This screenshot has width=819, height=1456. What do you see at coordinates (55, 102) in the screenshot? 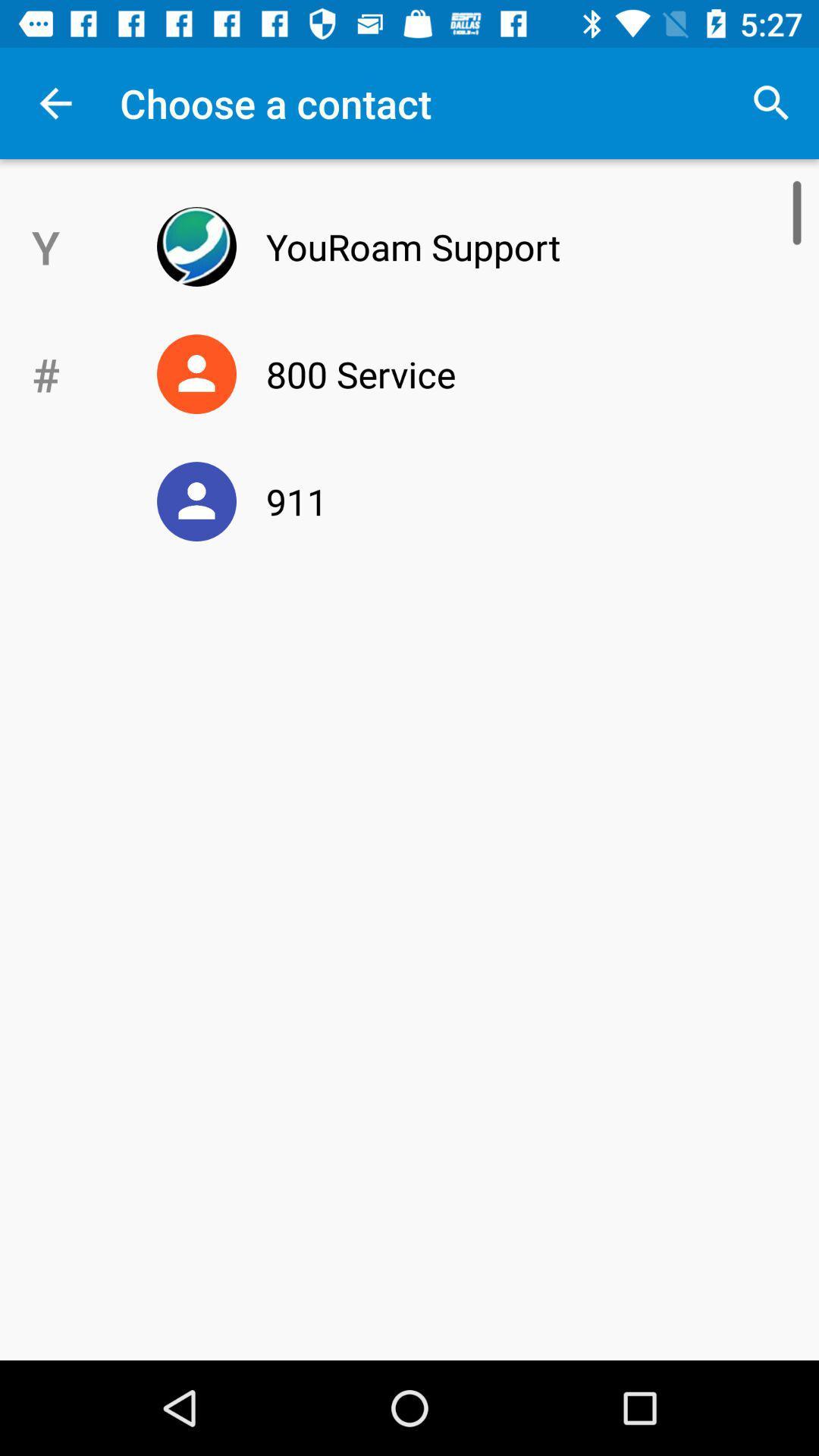
I see `item above y item` at bounding box center [55, 102].